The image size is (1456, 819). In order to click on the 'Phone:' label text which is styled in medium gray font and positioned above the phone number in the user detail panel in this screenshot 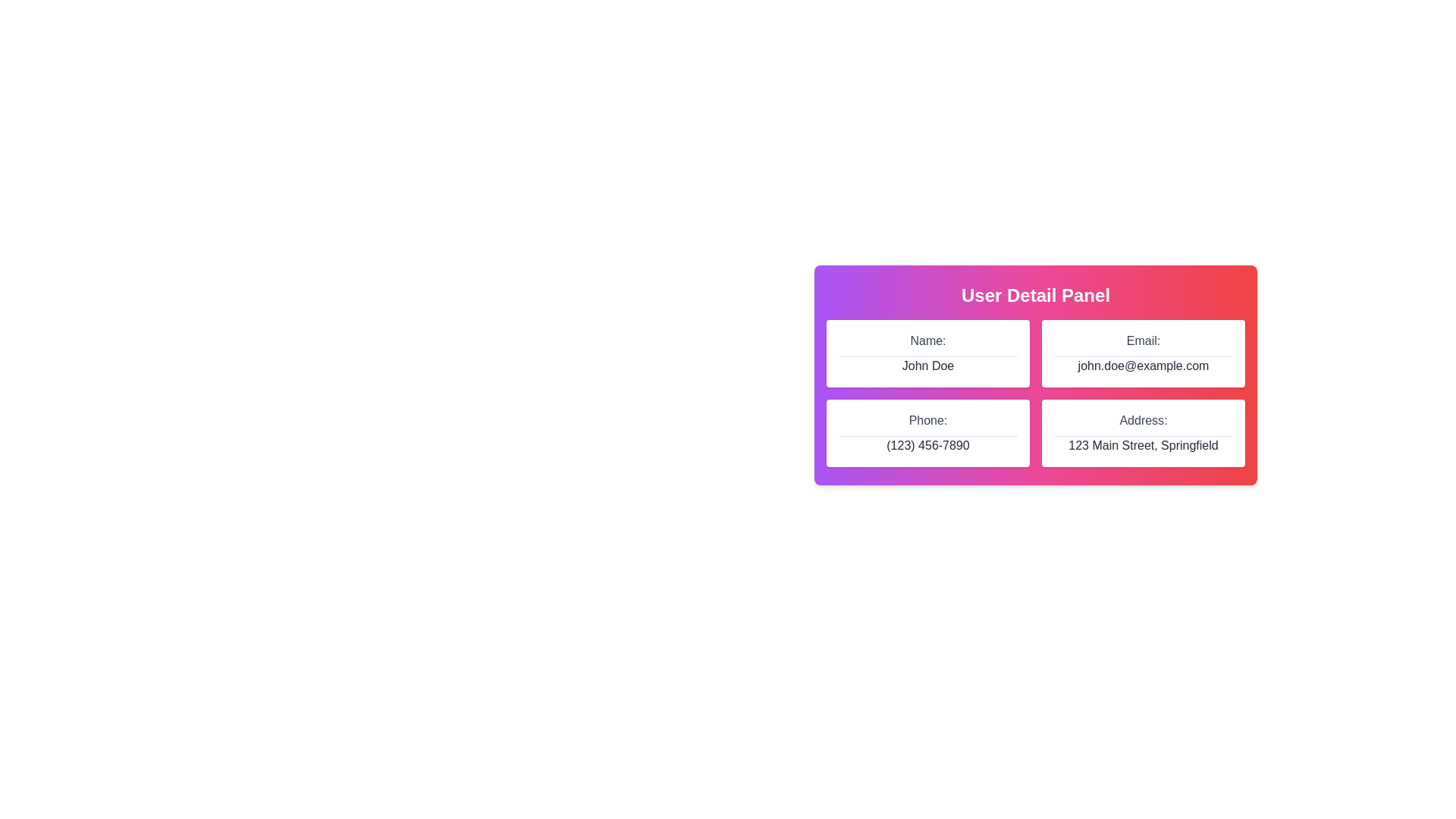, I will do `click(927, 421)`.